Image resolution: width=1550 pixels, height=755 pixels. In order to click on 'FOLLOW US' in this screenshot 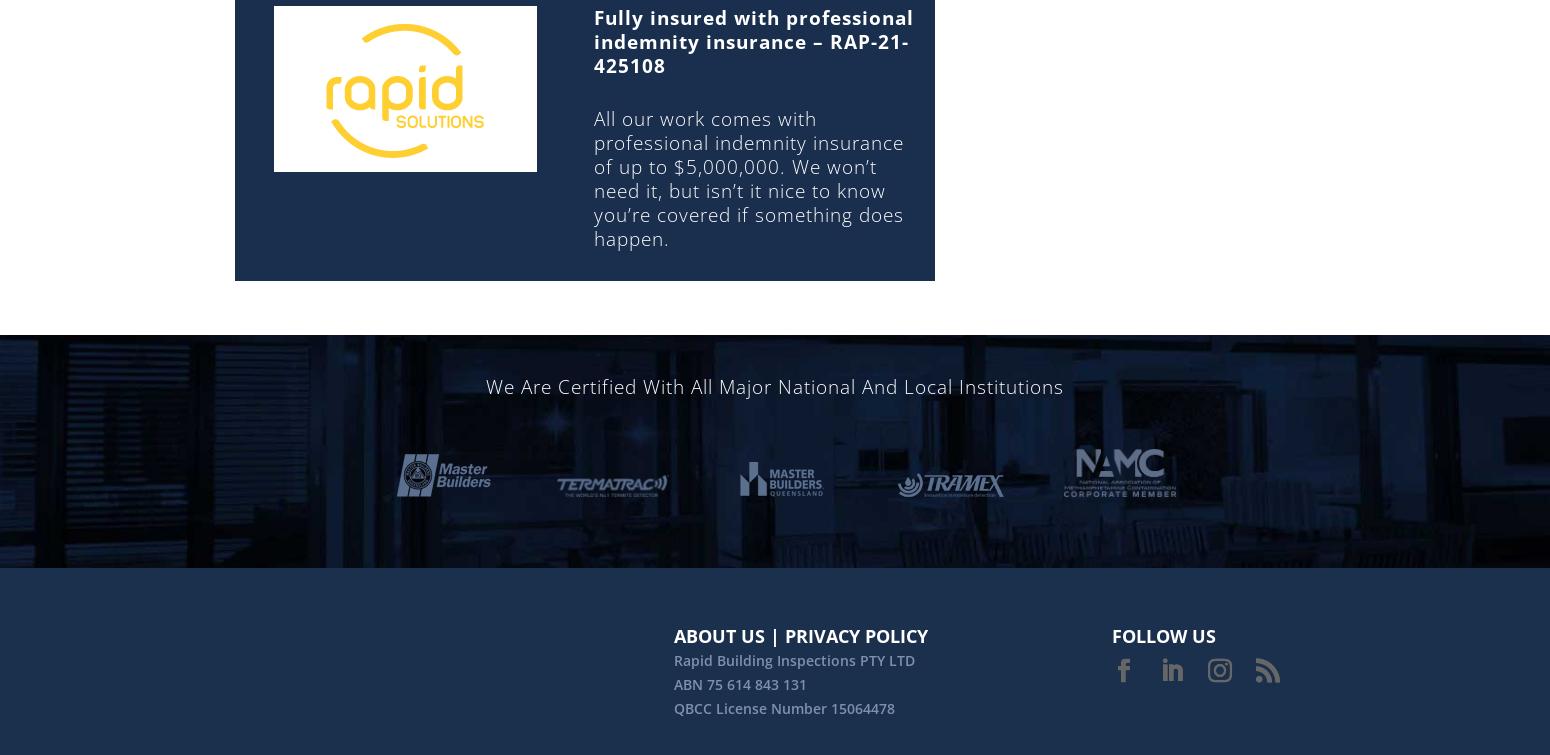, I will do `click(1164, 635)`.